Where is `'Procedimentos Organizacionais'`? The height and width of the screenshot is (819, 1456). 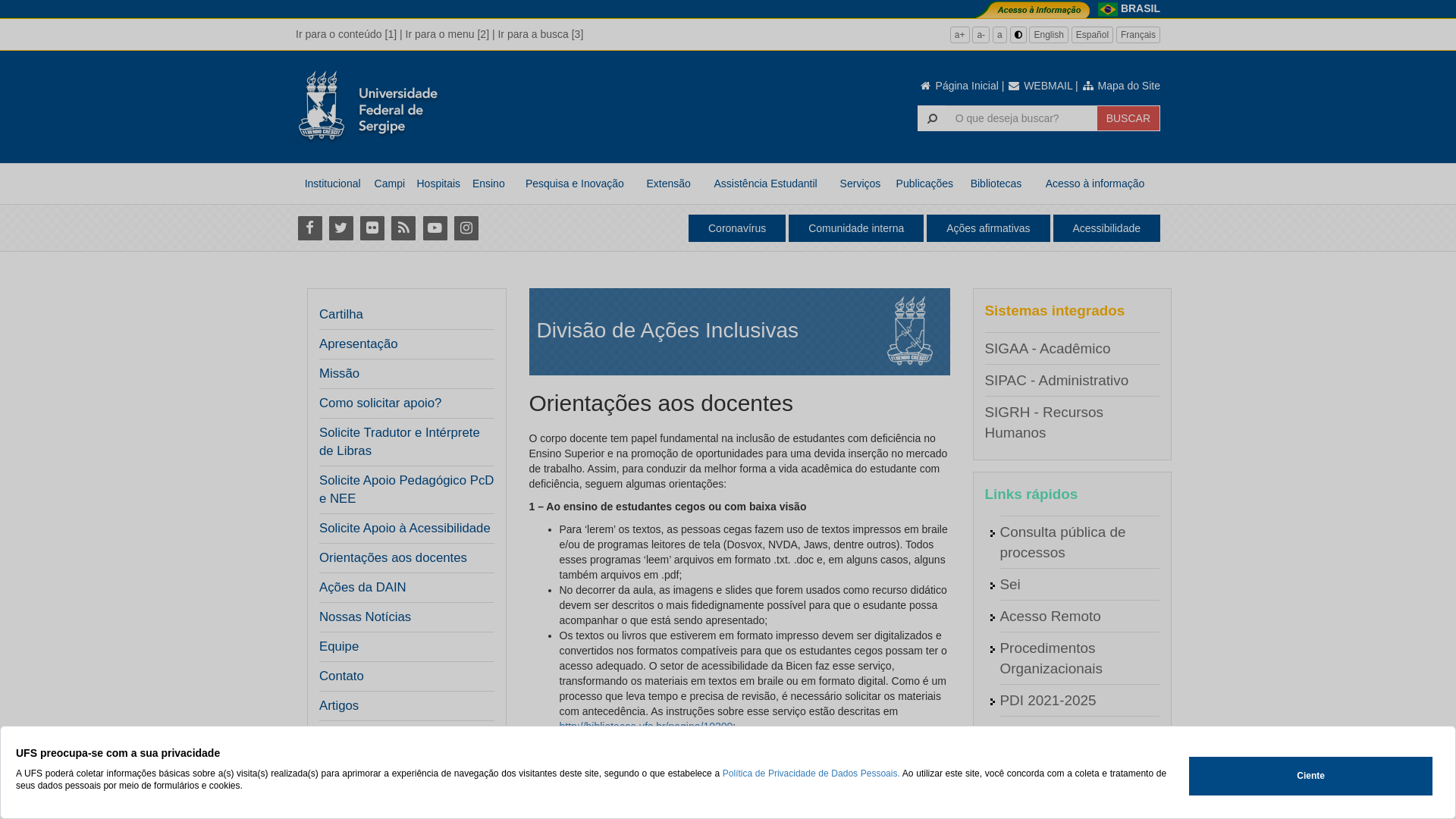
'Procedimentos Organizacionais' is located at coordinates (1050, 657).